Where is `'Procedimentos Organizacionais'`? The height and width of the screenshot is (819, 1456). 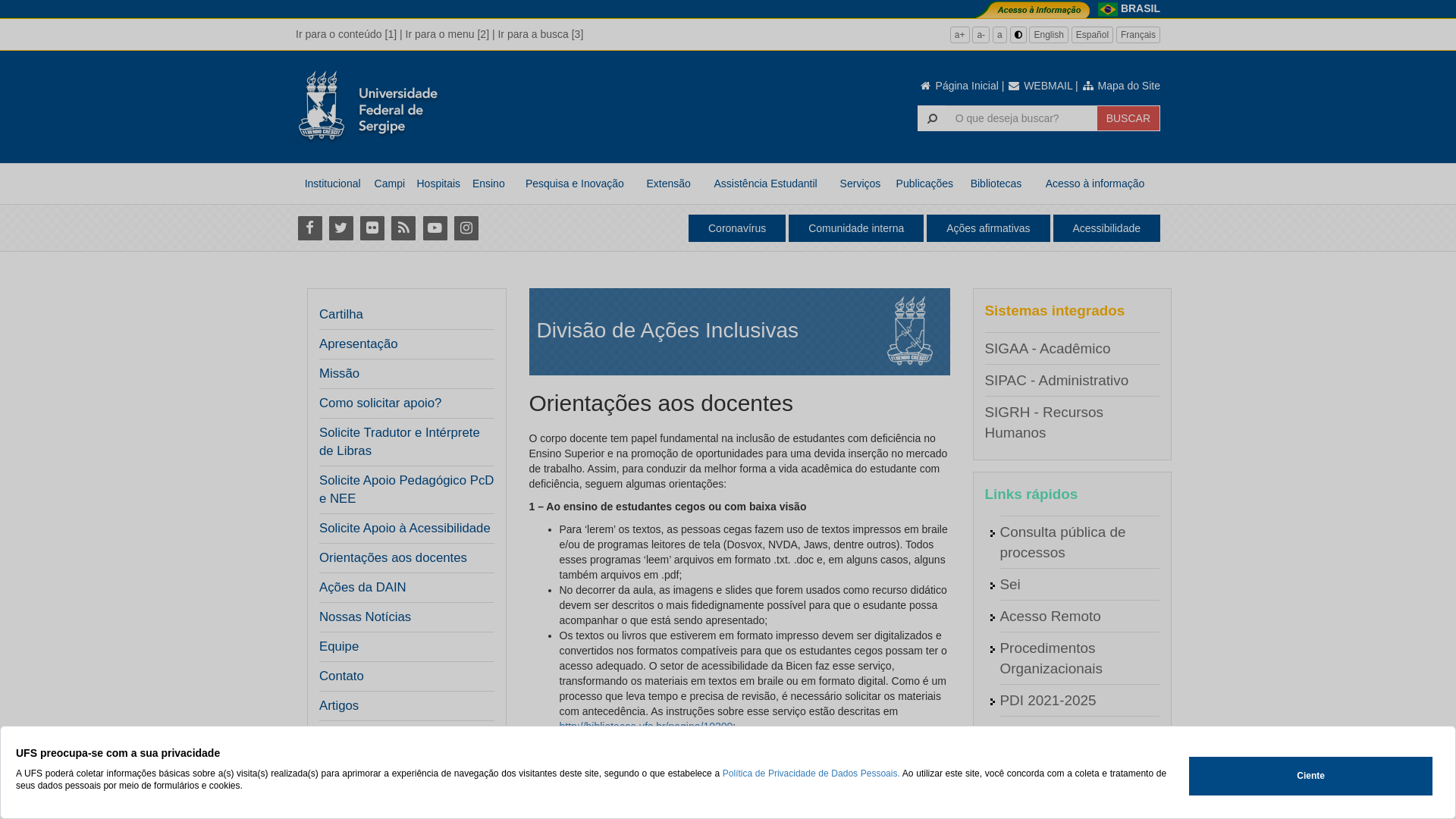
'Procedimentos Organizacionais' is located at coordinates (1050, 657).